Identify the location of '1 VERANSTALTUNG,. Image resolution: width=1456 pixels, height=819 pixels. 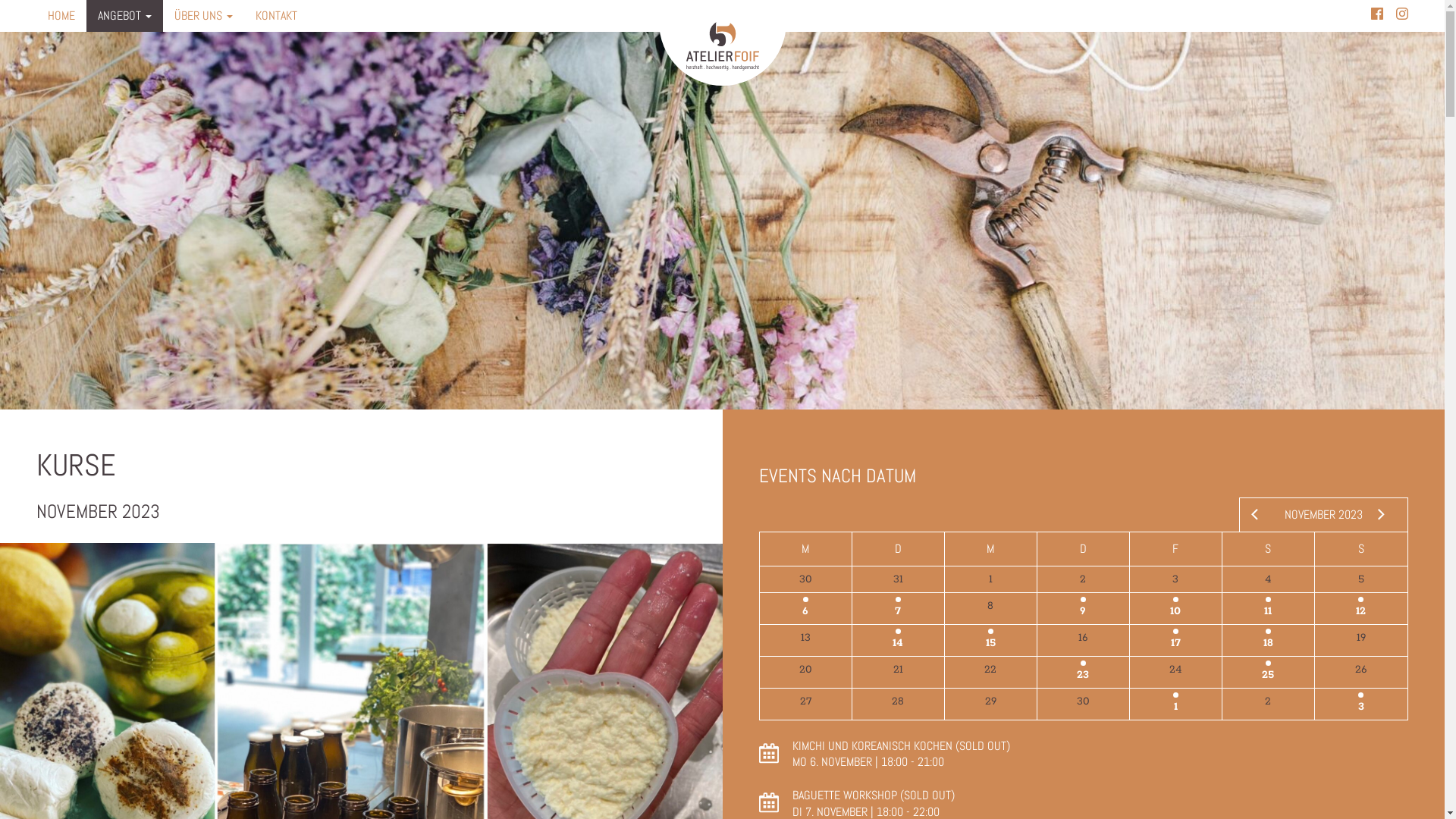
(1175, 704).